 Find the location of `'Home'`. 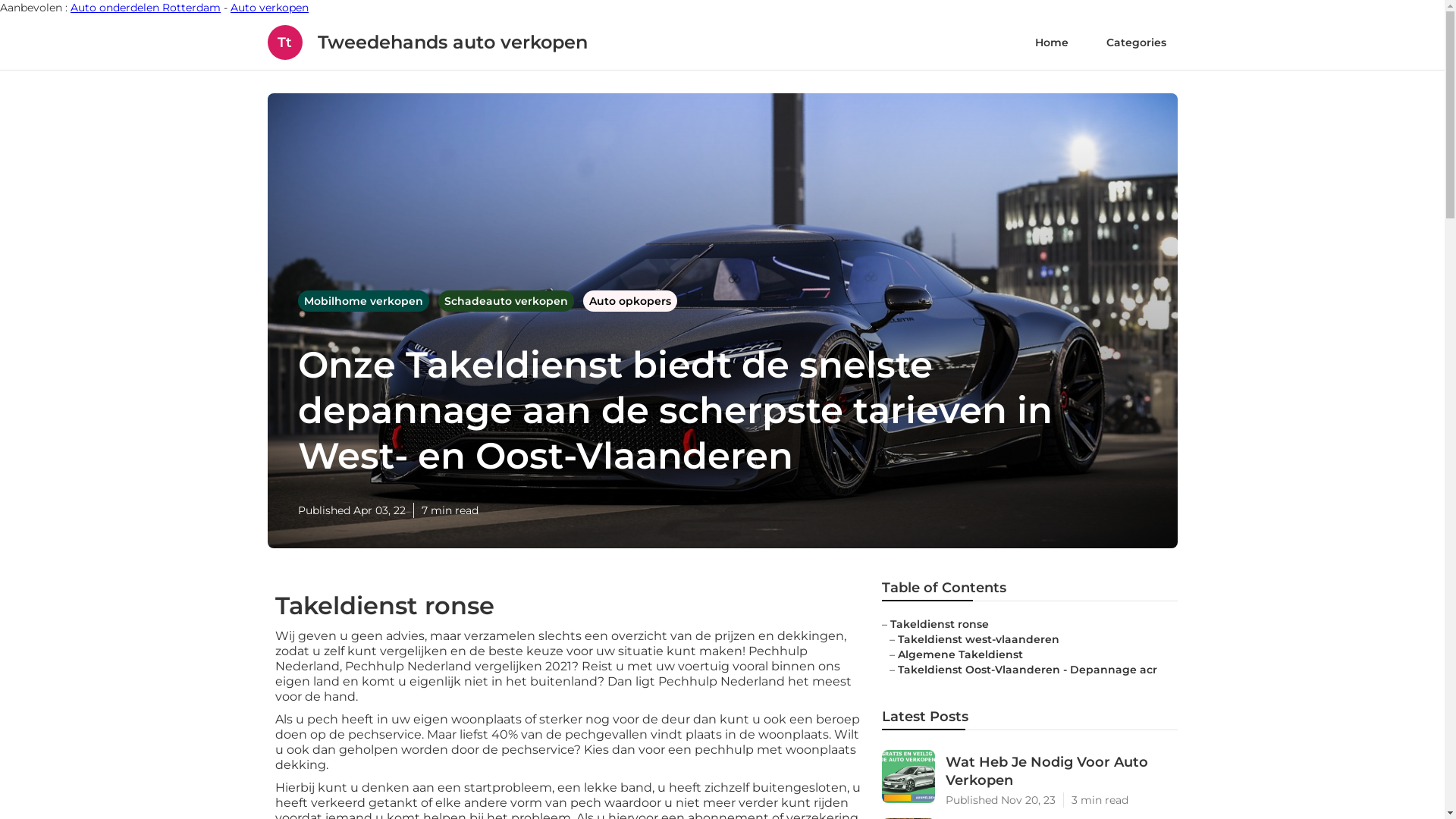

'Home' is located at coordinates (1051, 42).